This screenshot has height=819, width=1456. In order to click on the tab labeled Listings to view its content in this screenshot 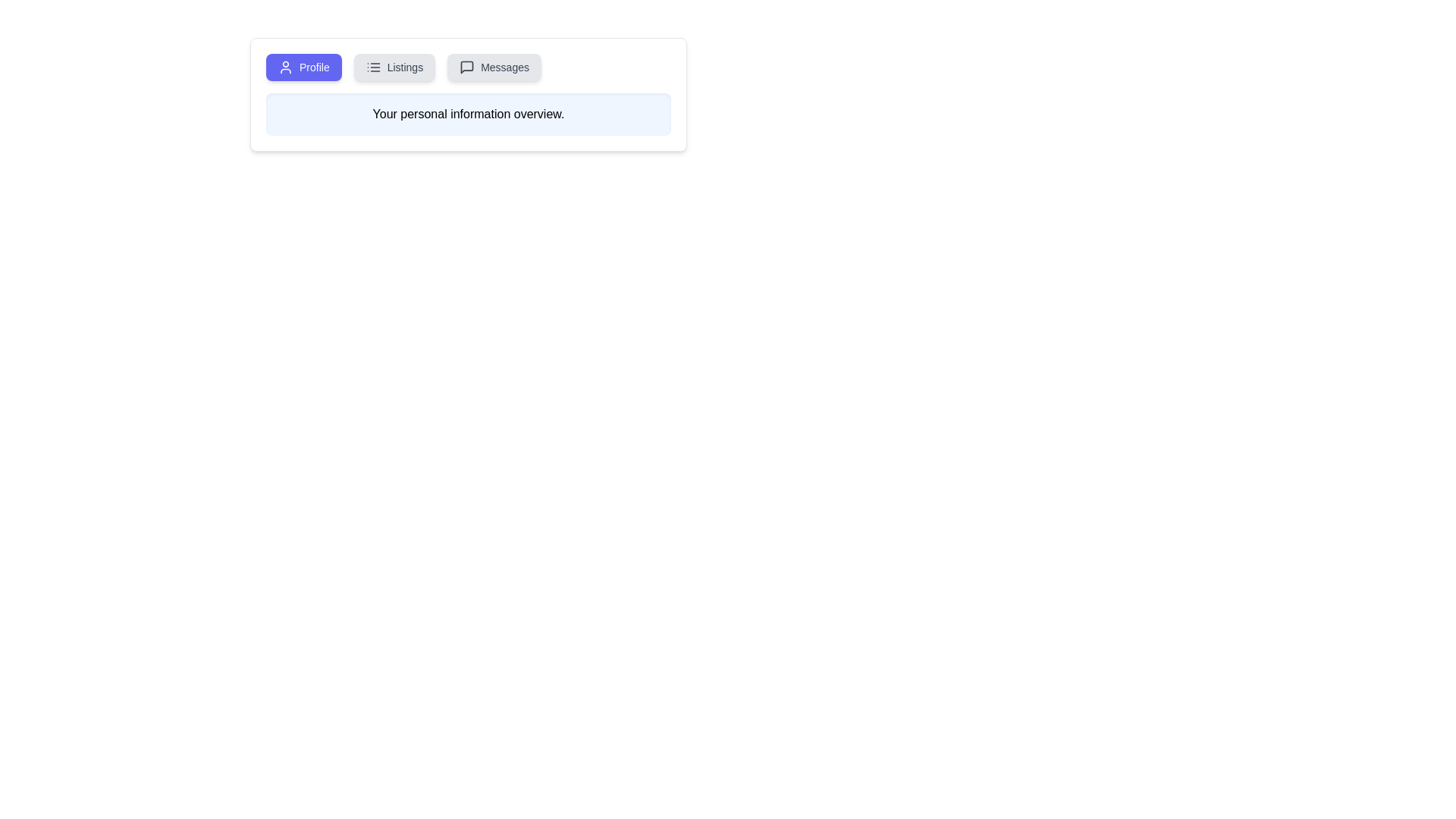, I will do `click(394, 66)`.